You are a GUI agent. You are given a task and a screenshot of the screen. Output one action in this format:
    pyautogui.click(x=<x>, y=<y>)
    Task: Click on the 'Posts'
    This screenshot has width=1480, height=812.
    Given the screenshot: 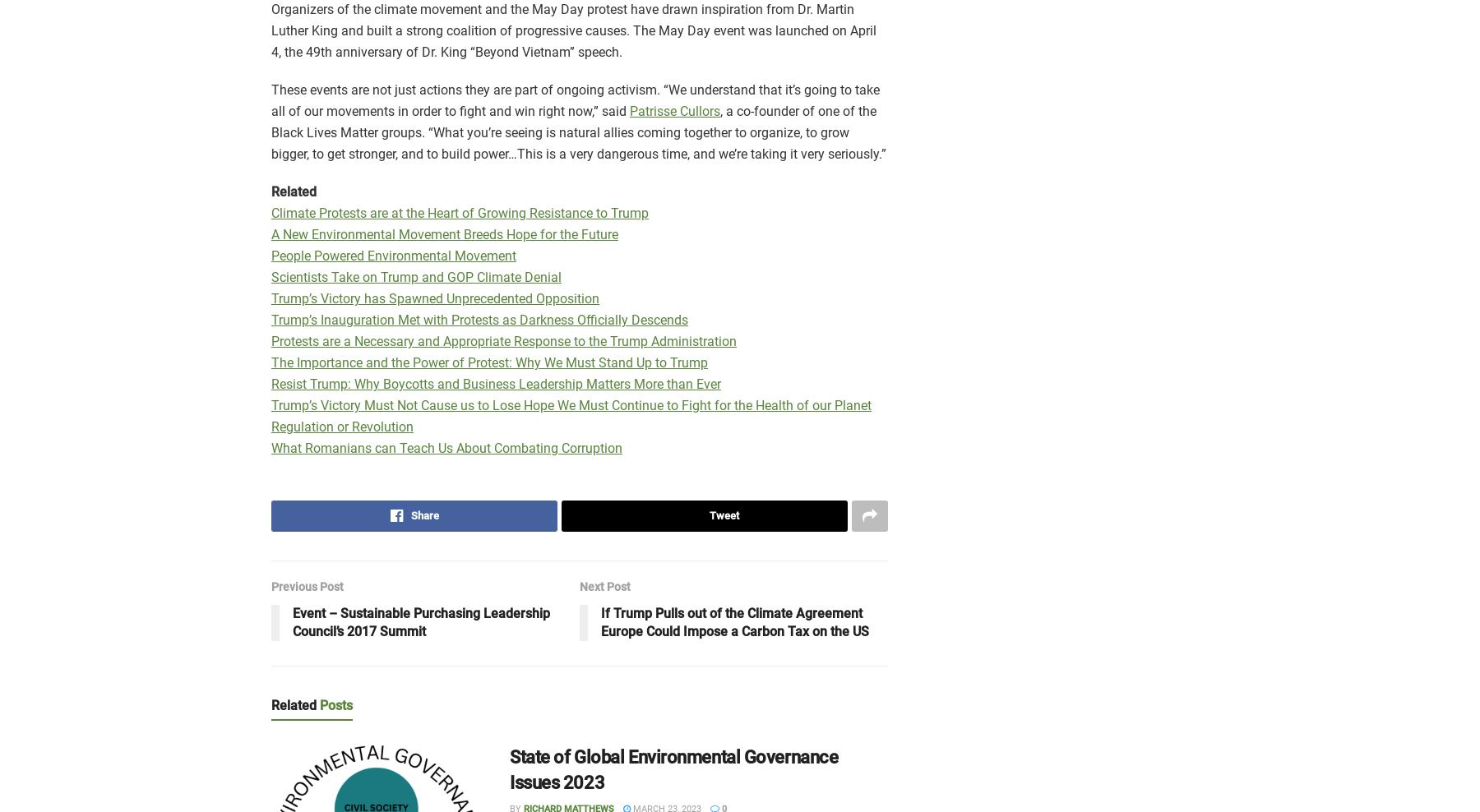 What is the action you would take?
    pyautogui.click(x=334, y=705)
    